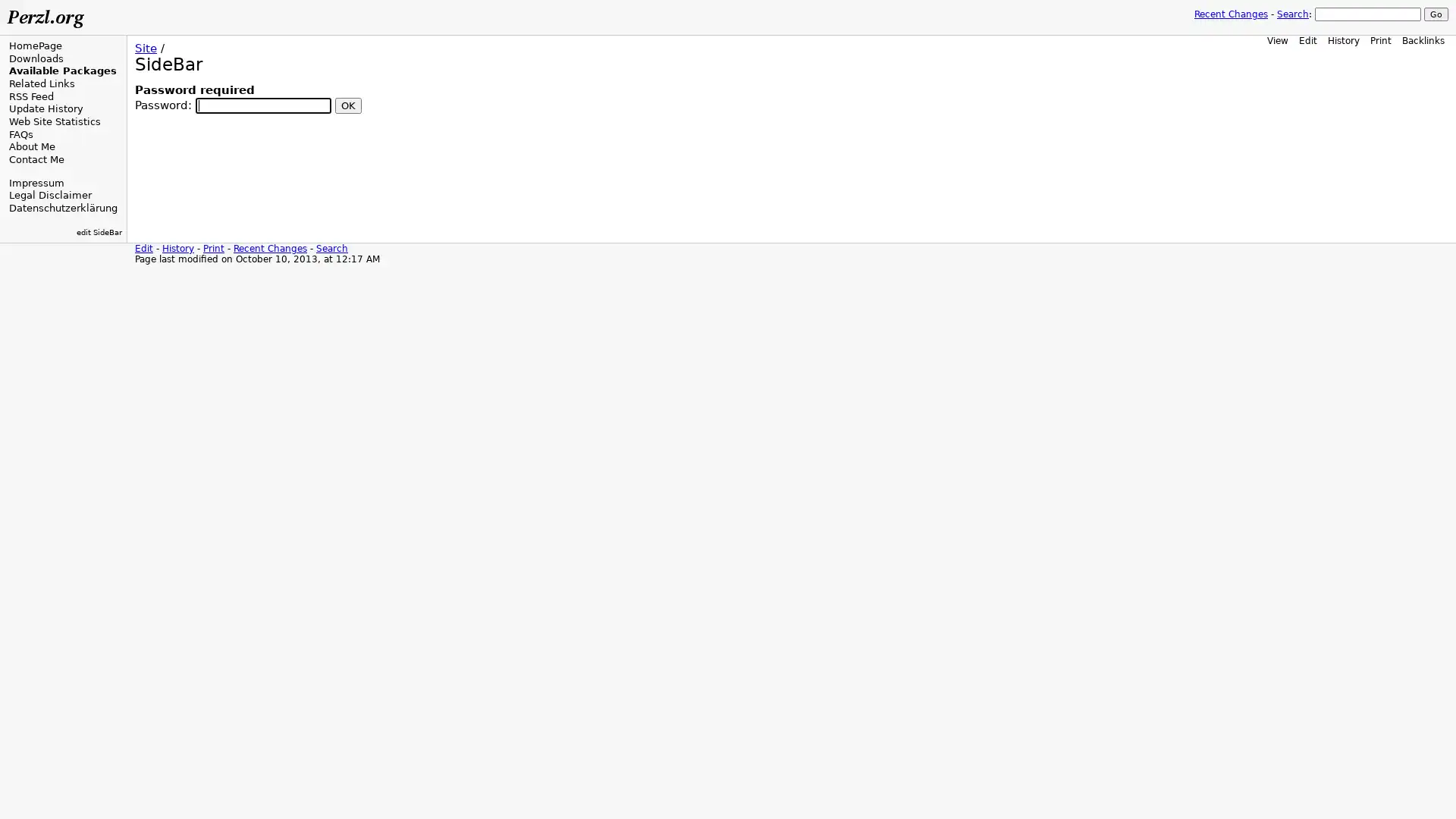  I want to click on Go, so click(1436, 14).